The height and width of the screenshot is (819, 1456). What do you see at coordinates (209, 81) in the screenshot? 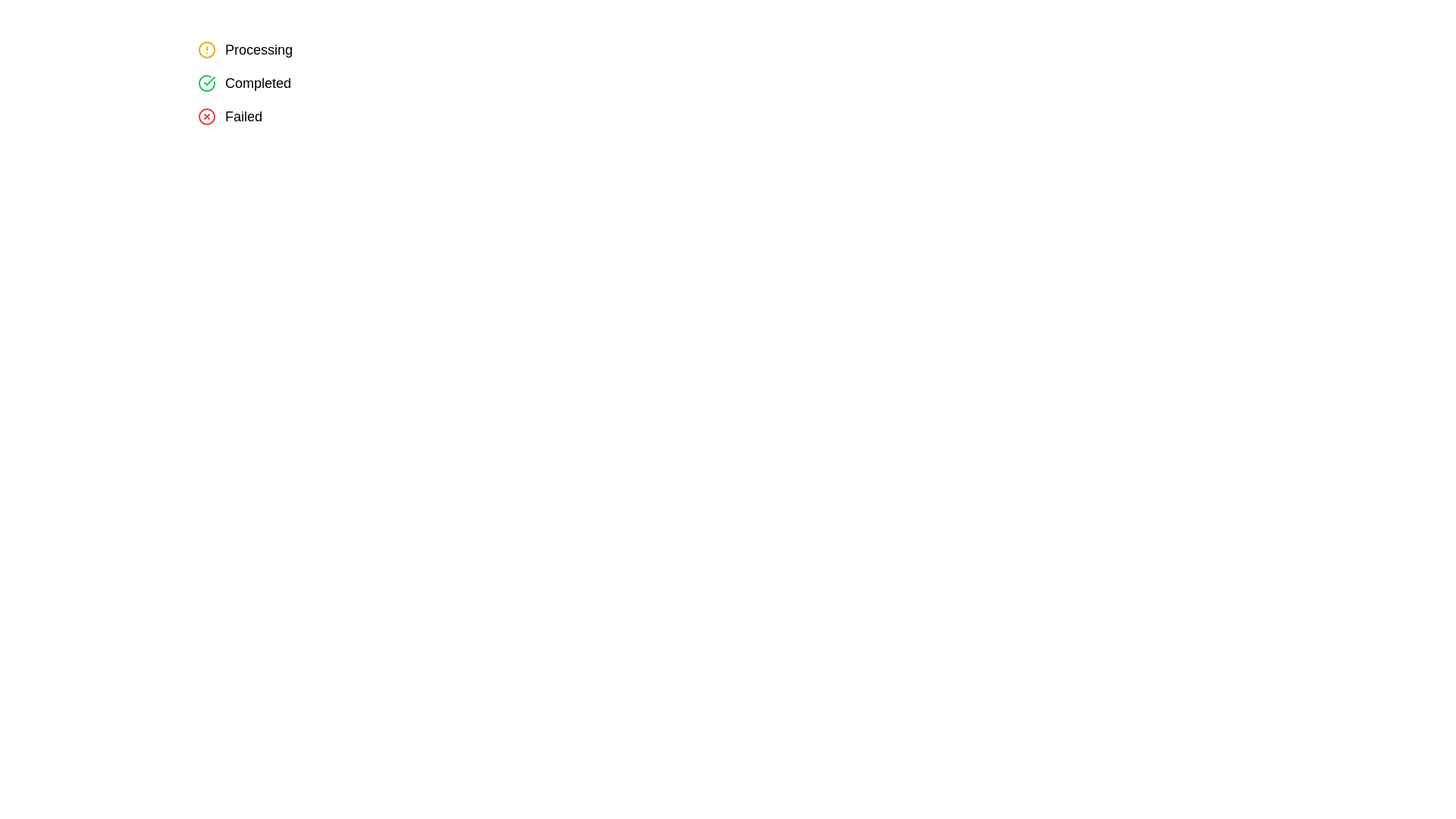
I see `the checkmark icon, which is styled with a green border and indicates completion, located beside the 'Completed' list in the interface` at bounding box center [209, 81].